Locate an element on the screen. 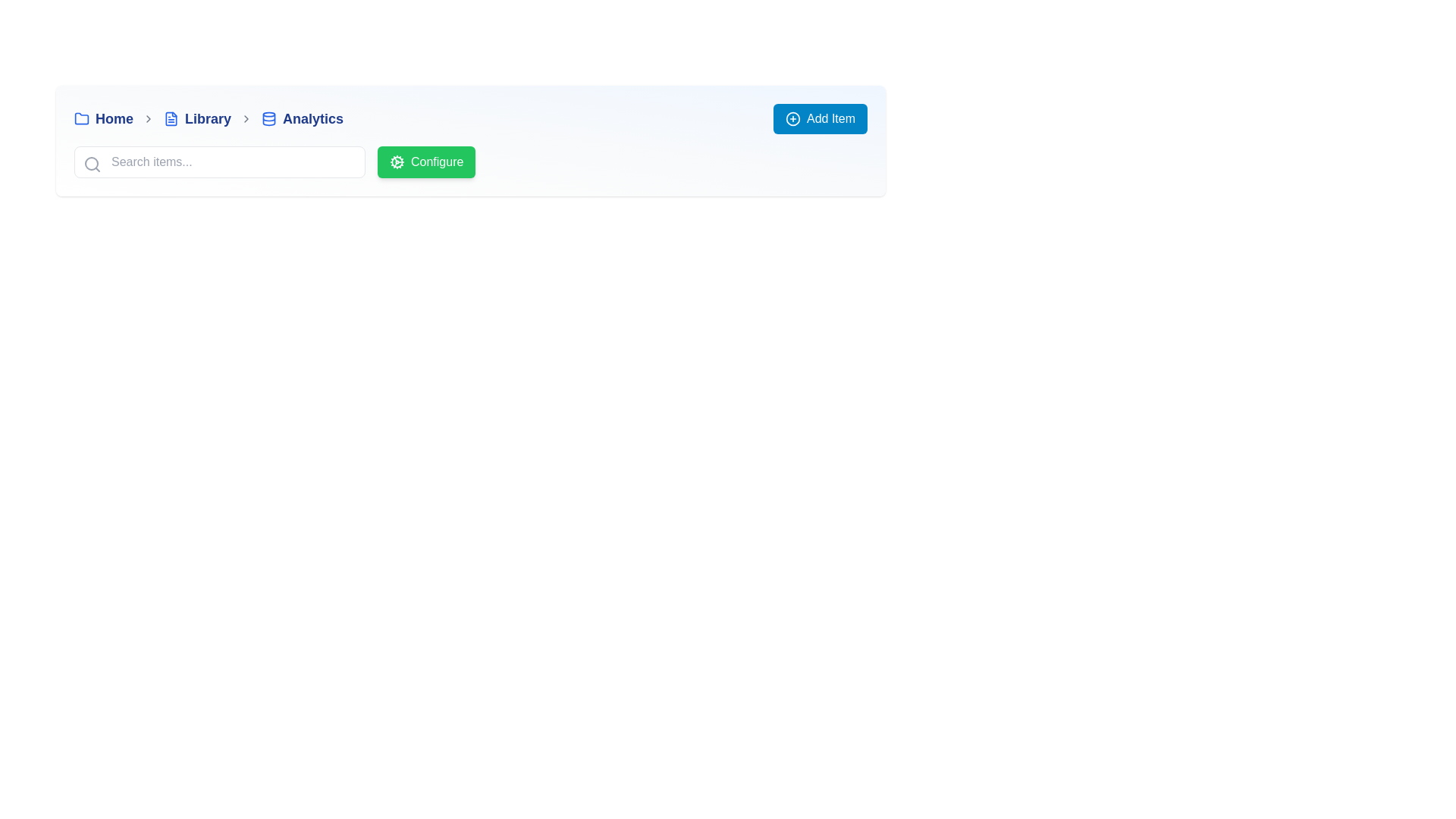 This screenshot has height=819, width=1456. the 'Library' navigational link in the breadcrumb component, which is the second item between 'Home' and 'Analytics' is located at coordinates (196, 118).